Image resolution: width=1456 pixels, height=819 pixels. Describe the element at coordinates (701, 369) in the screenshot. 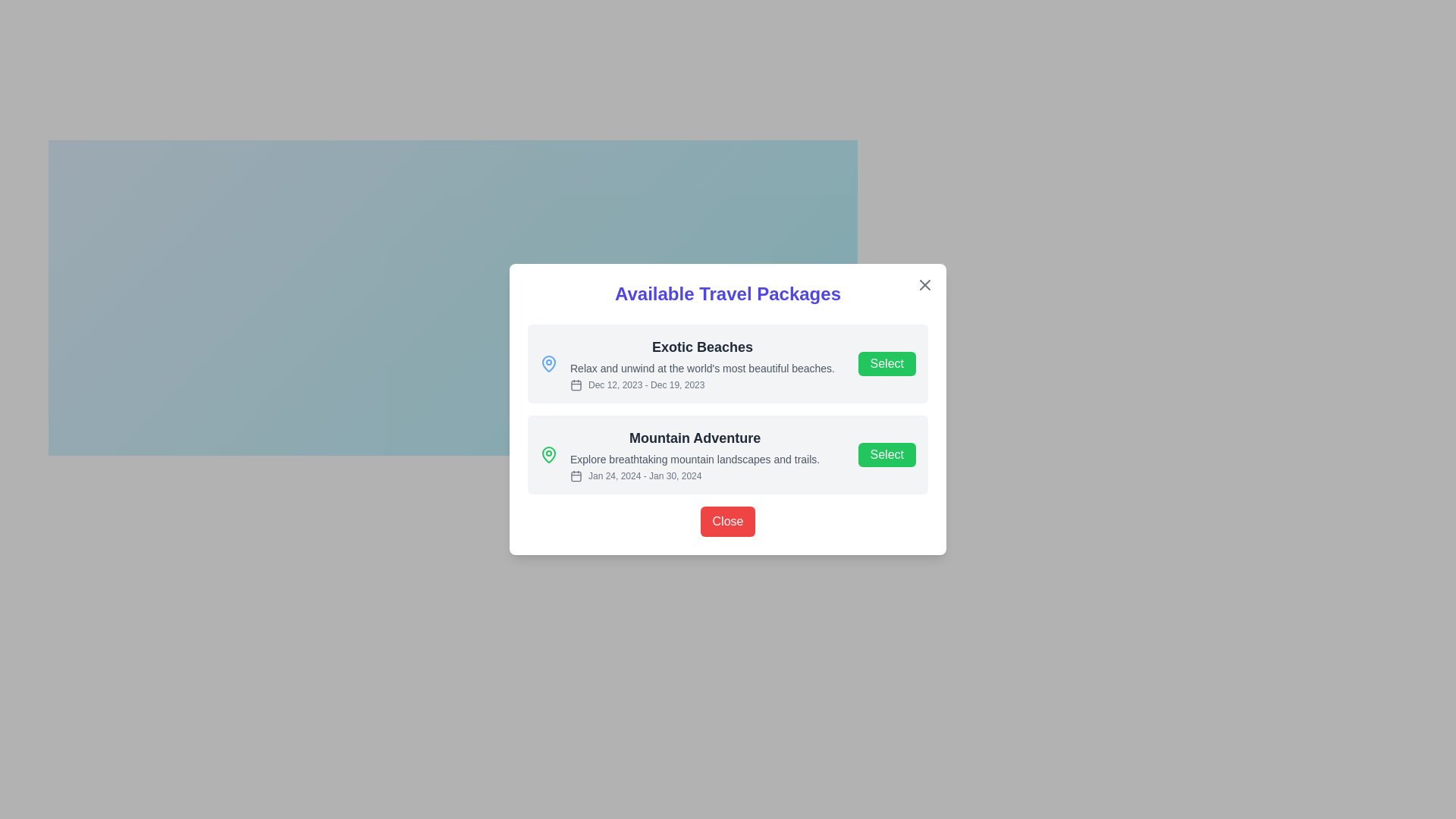

I see `descriptive information text about the travel package titled 'Exotic Beaches', which is centered below the title in the dialog box` at that location.